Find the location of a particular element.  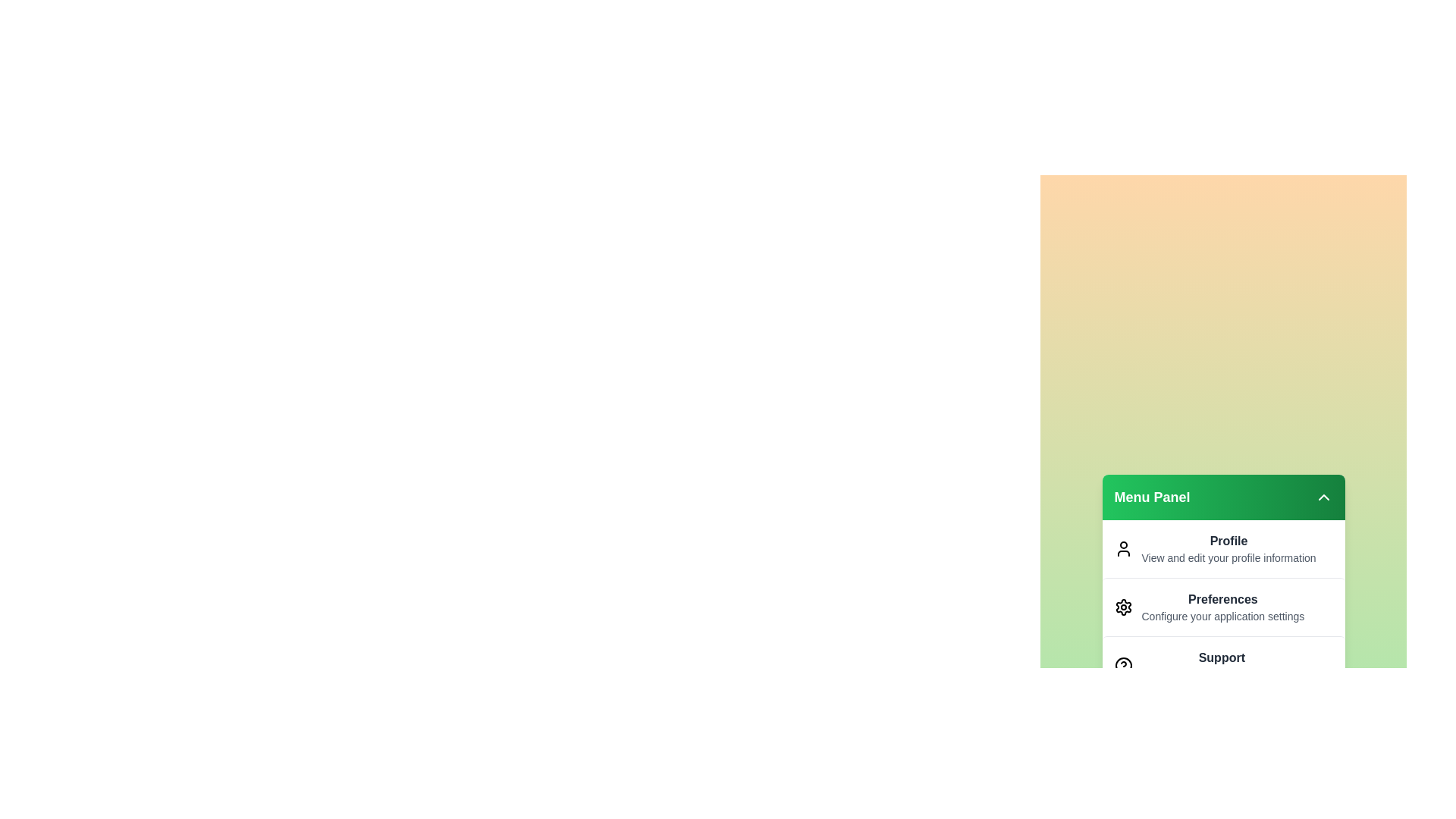

the menu item Preferences is located at coordinates (1223, 606).